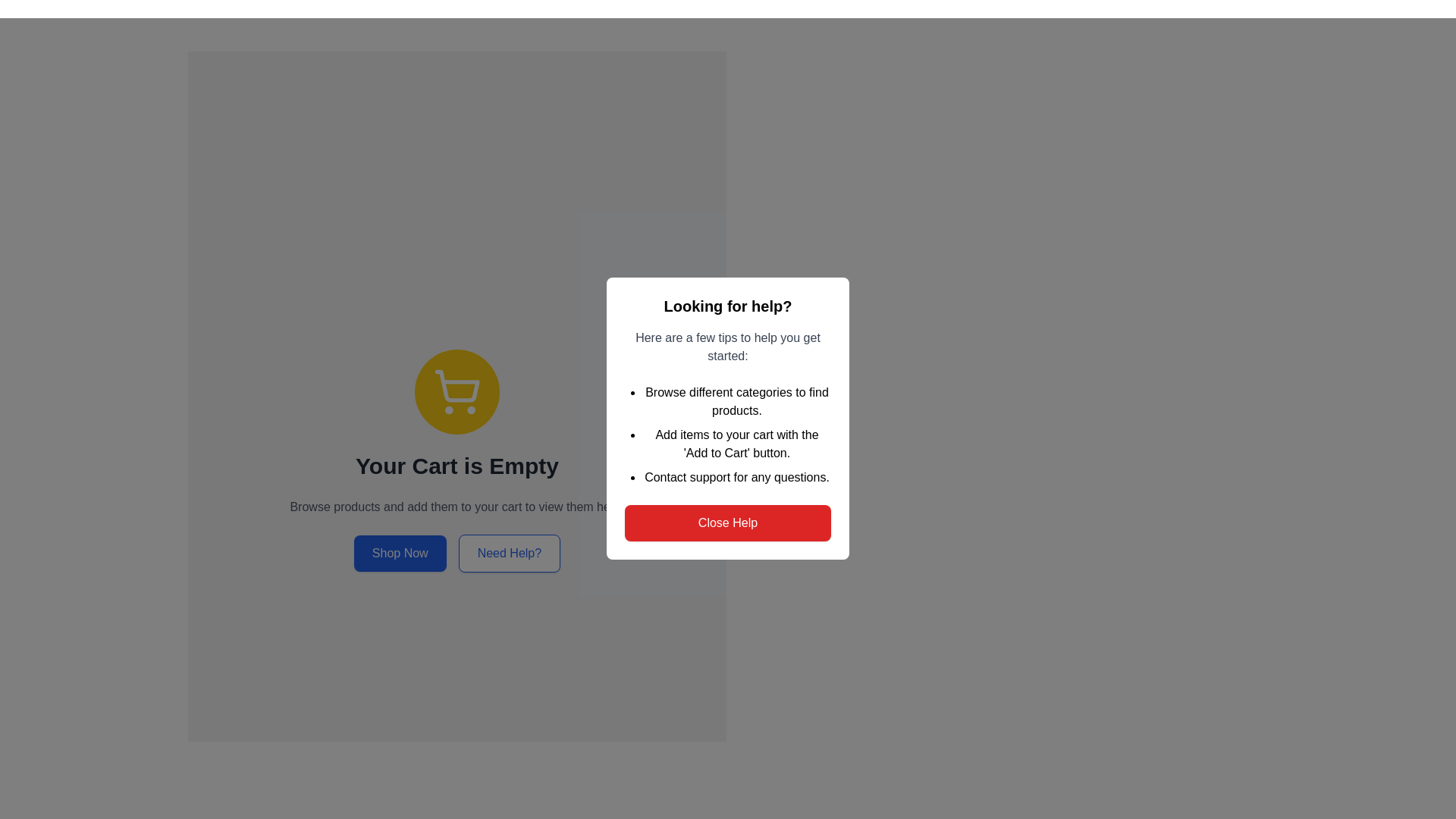 The height and width of the screenshot is (819, 1456). What do you see at coordinates (728, 522) in the screenshot?
I see `the close button at the bottom of the help dialogue box to change its color` at bounding box center [728, 522].